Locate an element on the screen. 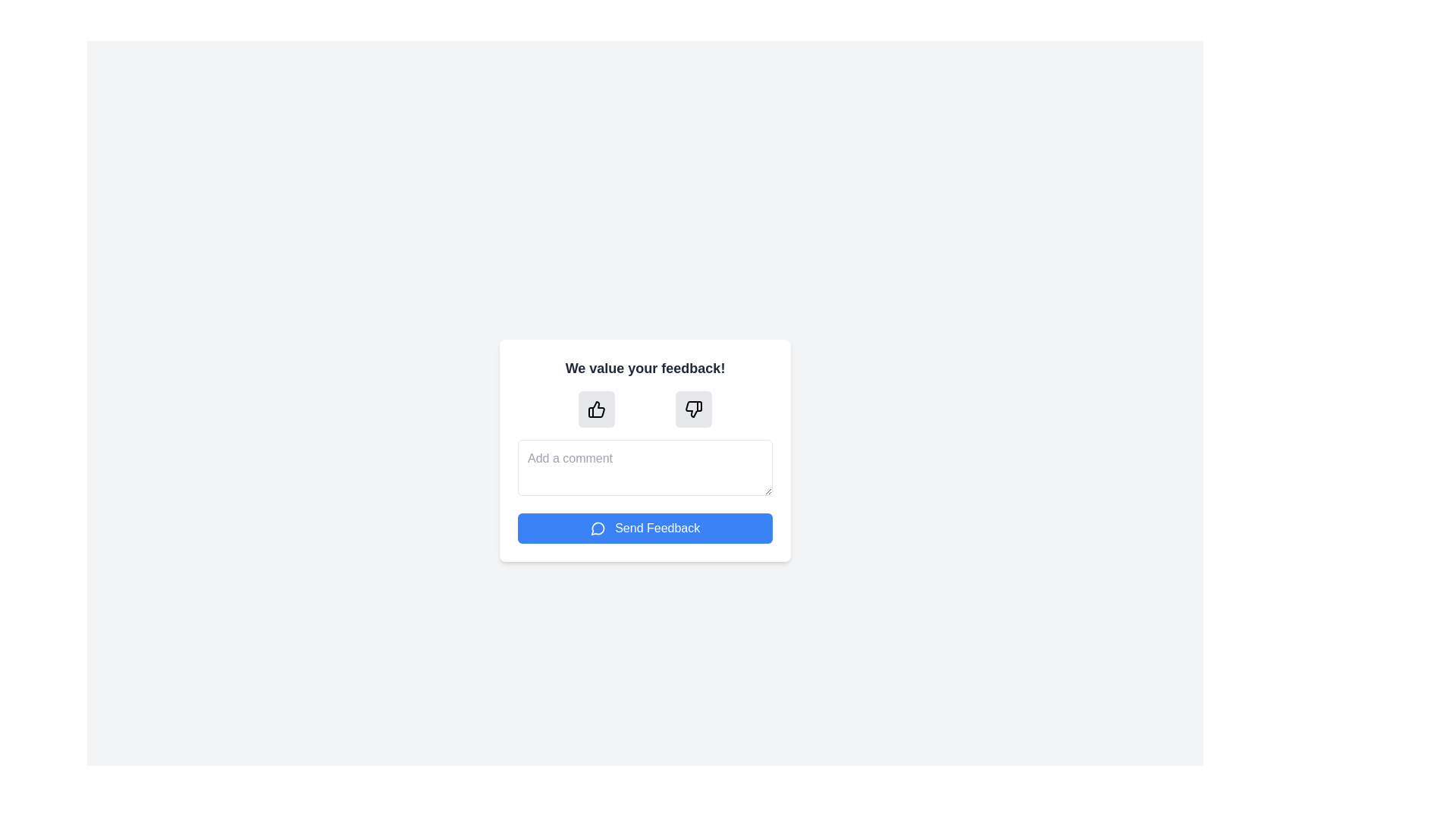  the thumbs-up icon in the feedback panel, which is positioned to the left of the thumbs-down icon and above the comment input box is located at coordinates (596, 408).